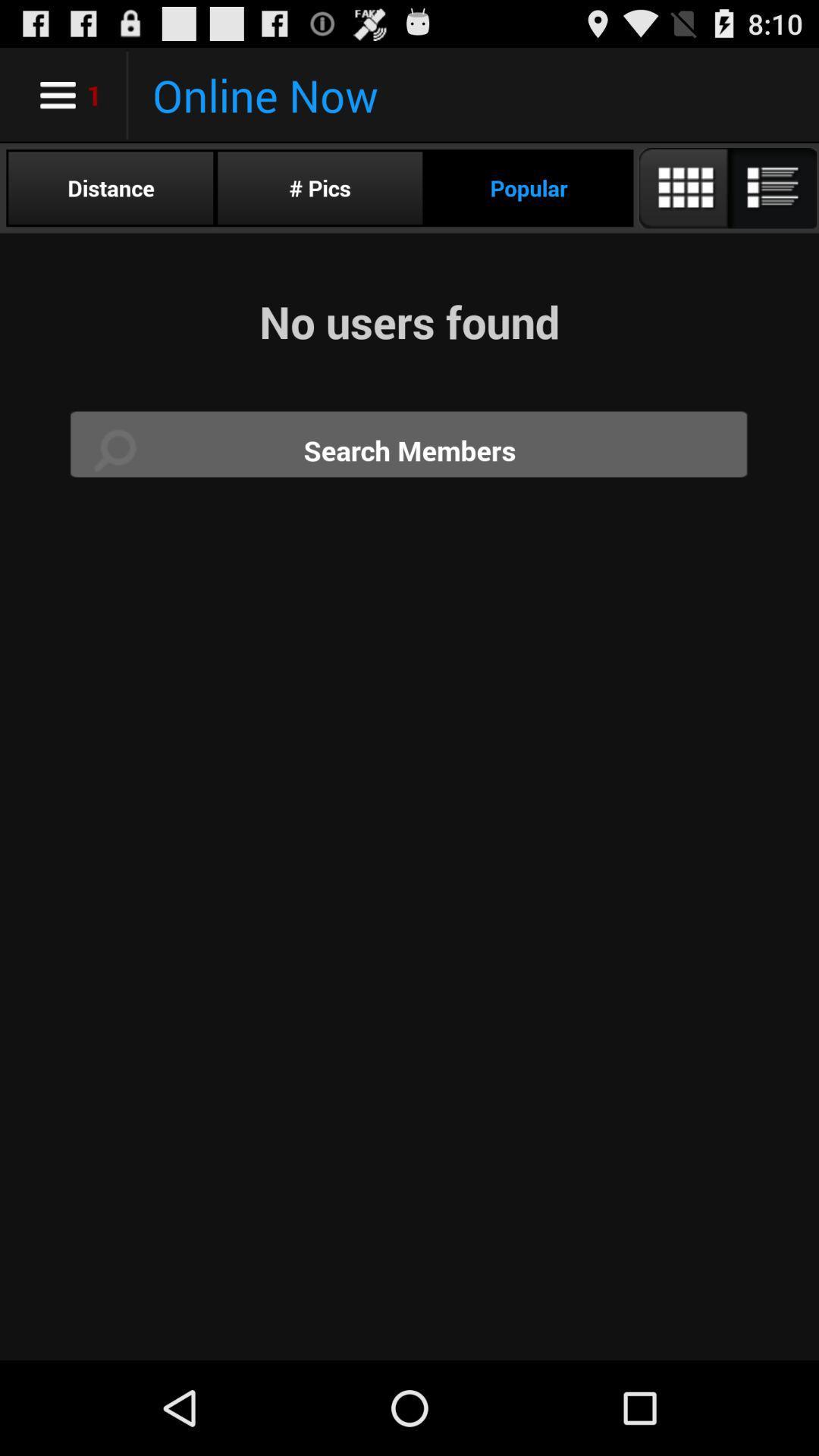 Image resolution: width=819 pixels, height=1456 pixels. Describe the element at coordinates (319, 187) in the screenshot. I see `icon above the no users found app` at that location.